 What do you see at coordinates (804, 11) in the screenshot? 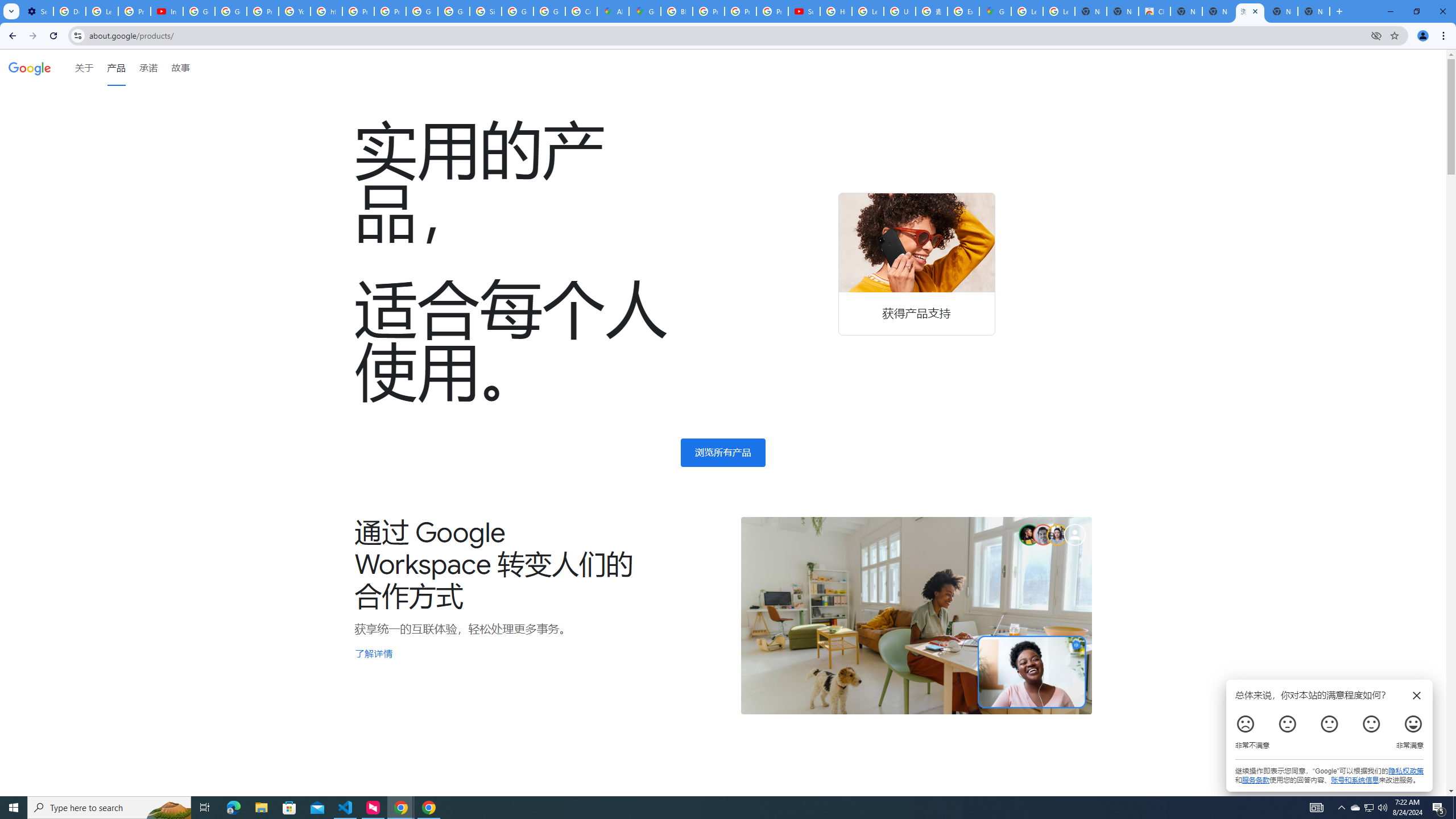
I see `'Subscriptions - YouTube'` at bounding box center [804, 11].